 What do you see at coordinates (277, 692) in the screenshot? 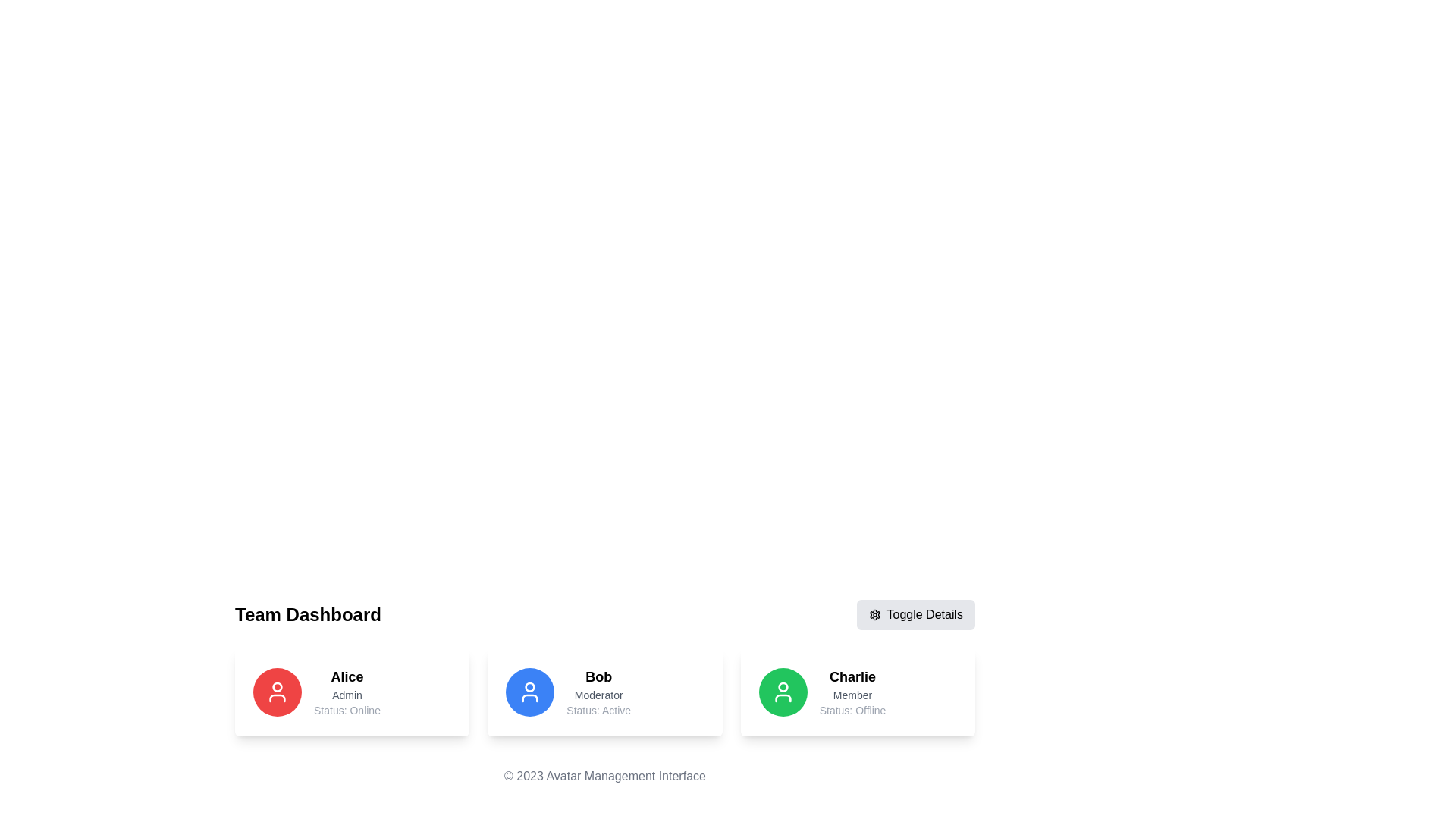
I see `the user profile icon for 'Alice', which is located on the leftmost card in the bottom-left area of the interface` at bounding box center [277, 692].